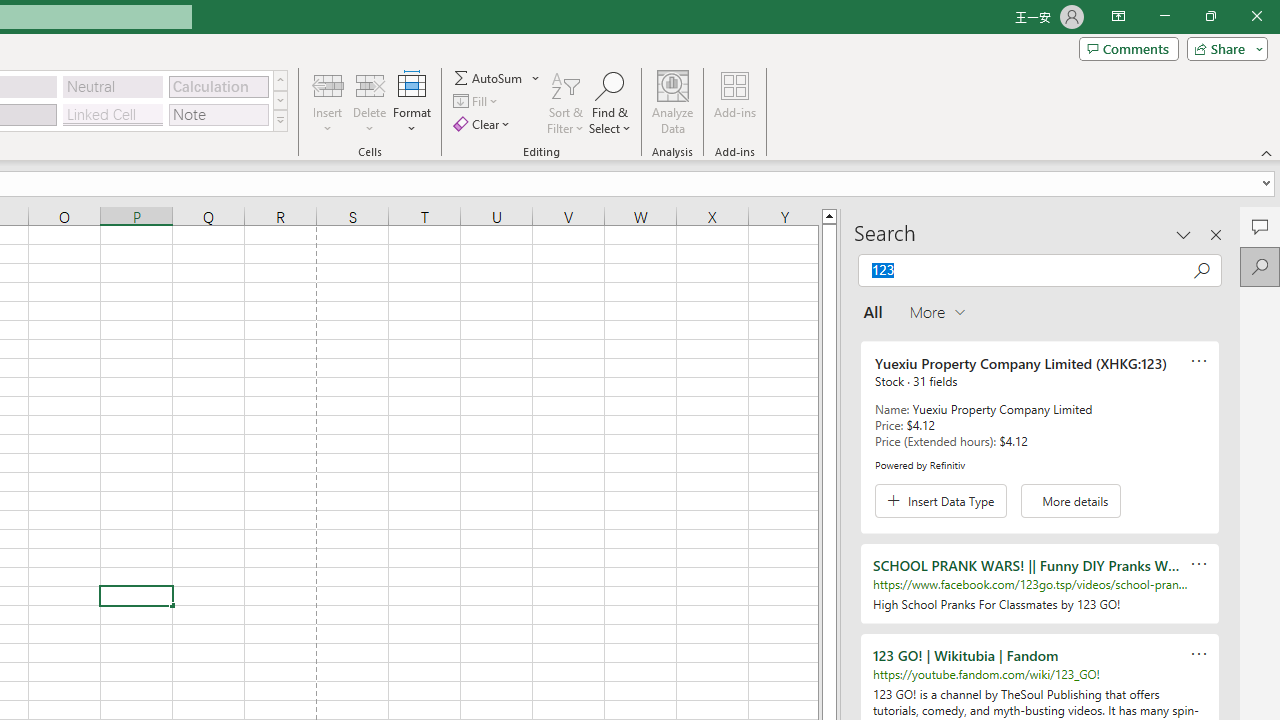 This screenshot has height=720, width=1280. What do you see at coordinates (112, 85) in the screenshot?
I see `'Neutral'` at bounding box center [112, 85].